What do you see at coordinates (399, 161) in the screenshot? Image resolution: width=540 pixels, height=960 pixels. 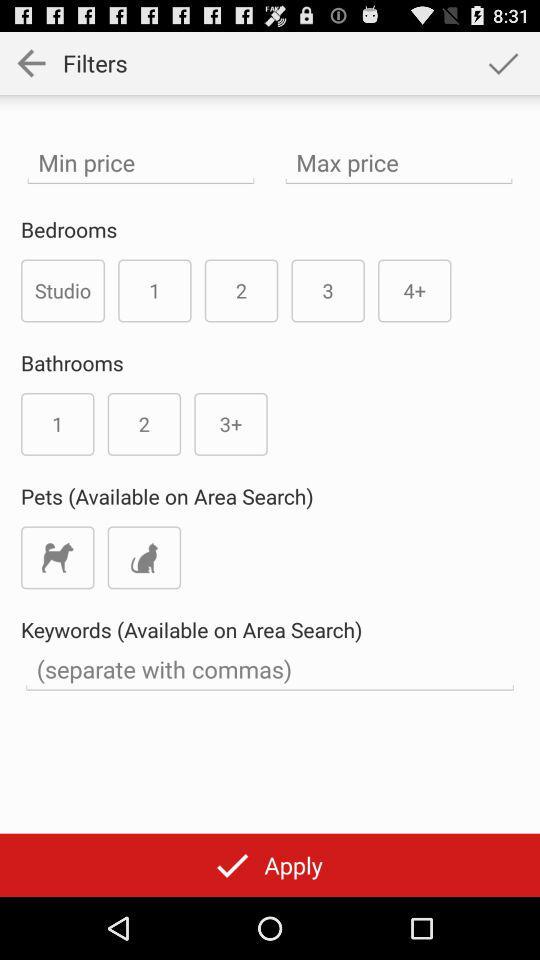 I see `max price` at bounding box center [399, 161].